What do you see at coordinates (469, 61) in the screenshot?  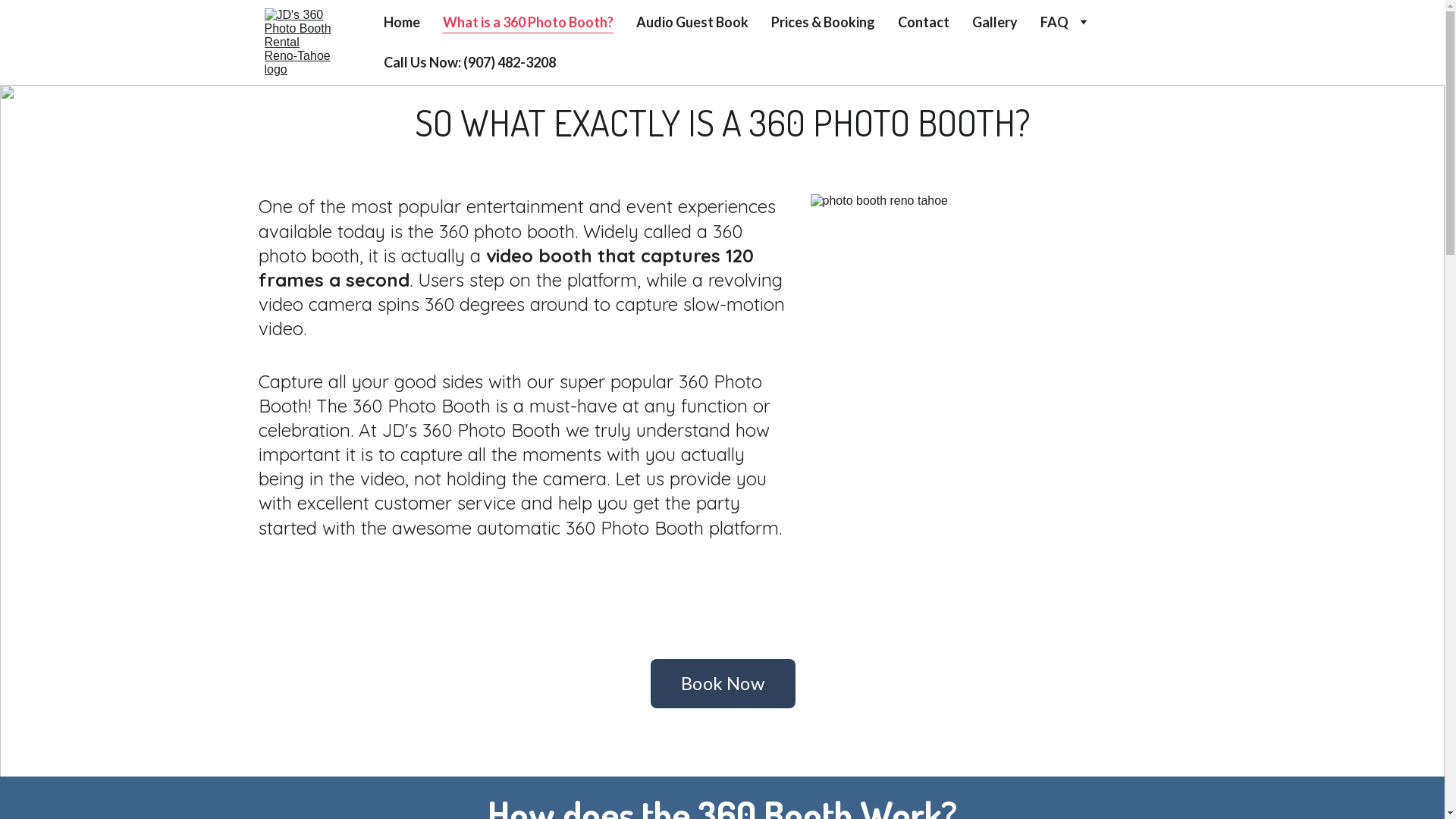 I see `'Call Us Now: (907) 482-3208'` at bounding box center [469, 61].